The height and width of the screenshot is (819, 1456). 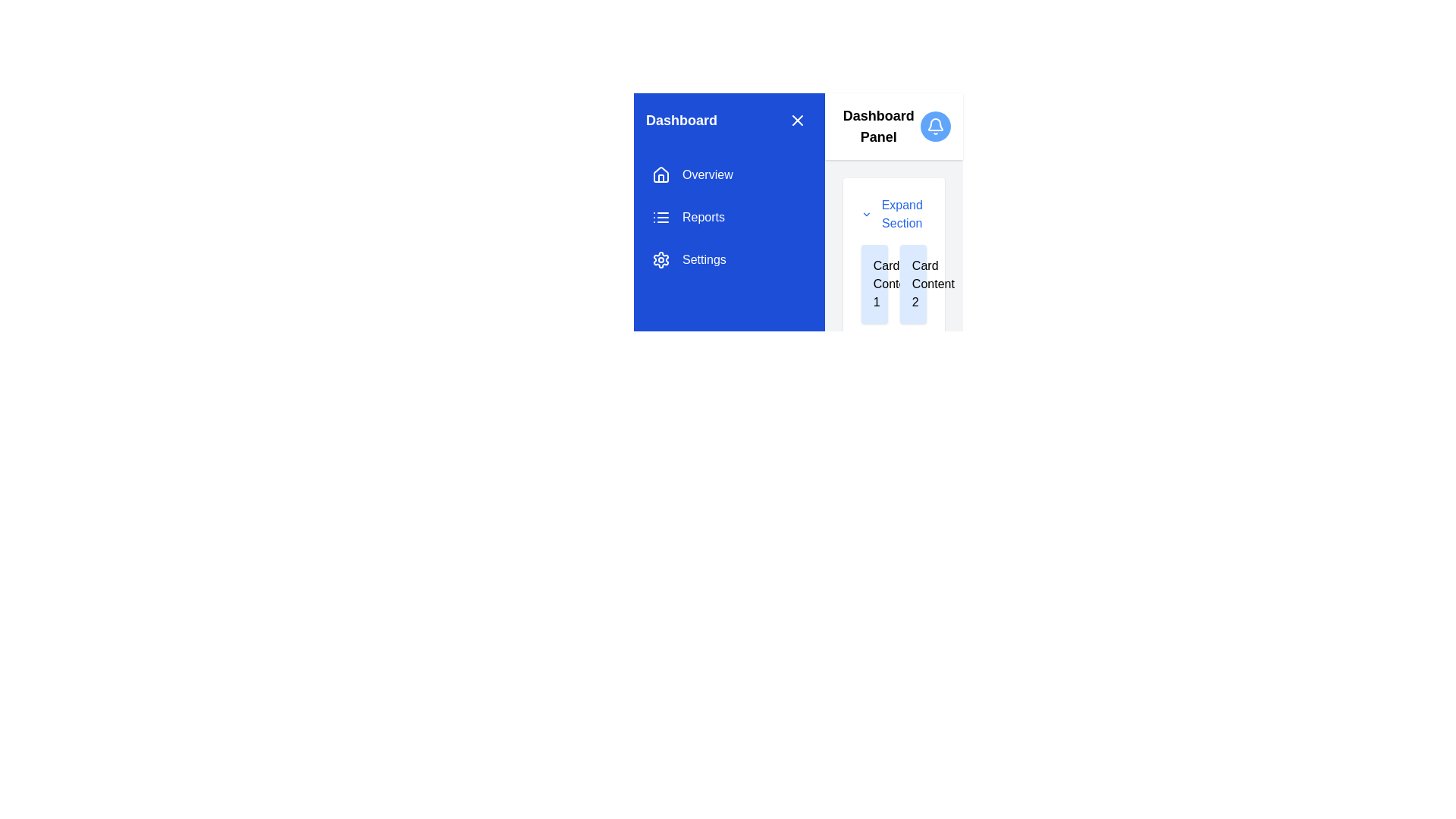 I want to click on the 'Reports' button located in the sidebar menu, which is the second button below 'Overview' and above 'Settings', so click(x=729, y=217).